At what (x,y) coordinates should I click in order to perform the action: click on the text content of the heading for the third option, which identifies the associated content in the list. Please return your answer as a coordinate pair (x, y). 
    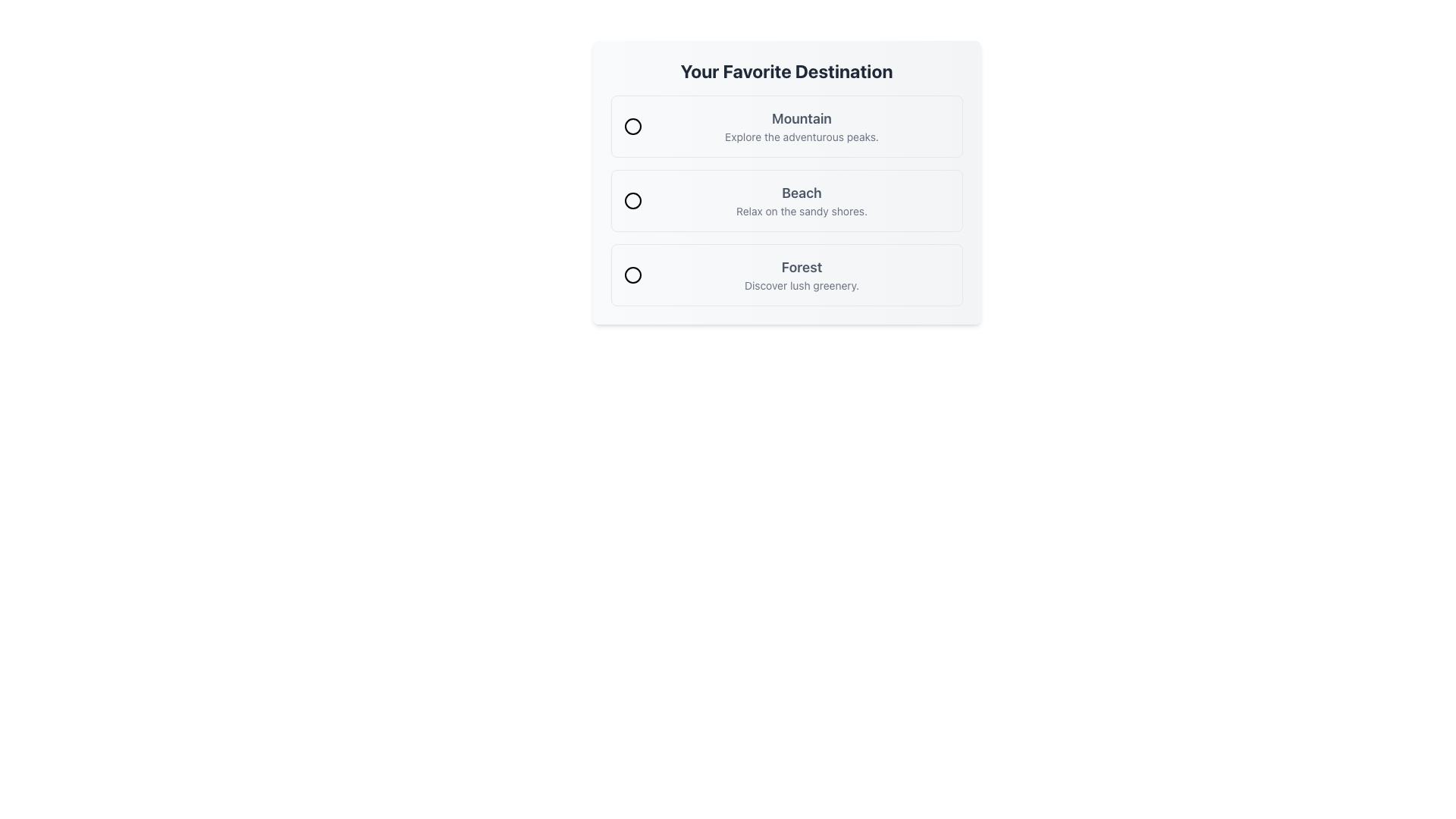
    Looking at the image, I should click on (801, 267).